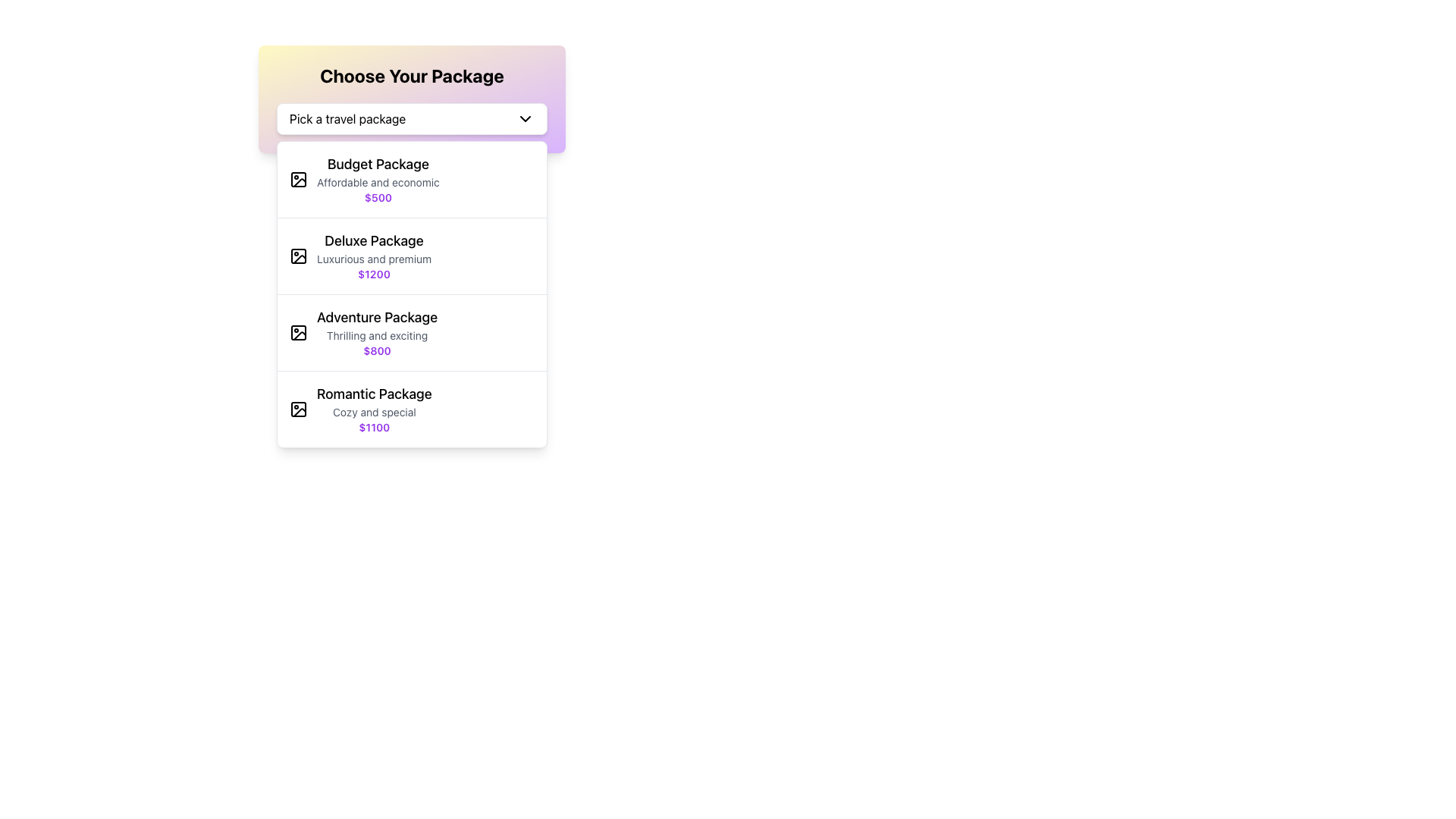 The image size is (1456, 819). What do you see at coordinates (412, 99) in the screenshot?
I see `the travel packages dropdown menu` at bounding box center [412, 99].